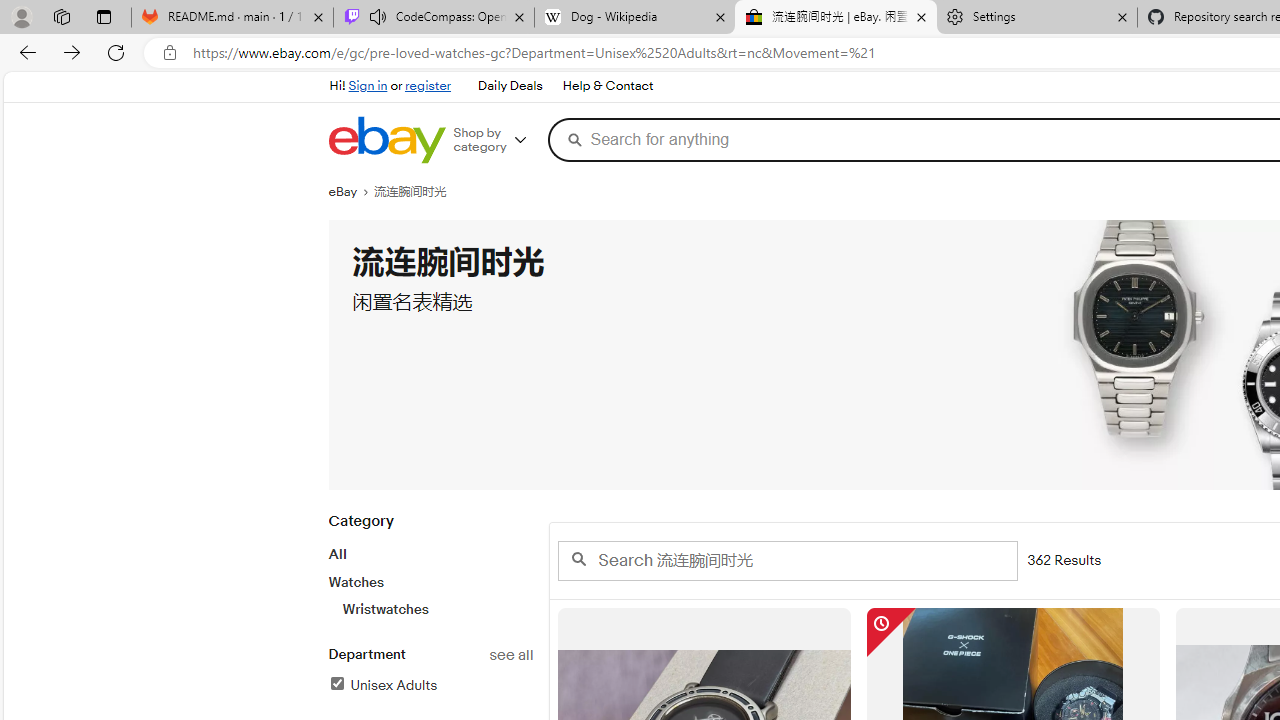 The height and width of the screenshot is (720, 1280). I want to click on 'Daily Deals', so click(510, 86).